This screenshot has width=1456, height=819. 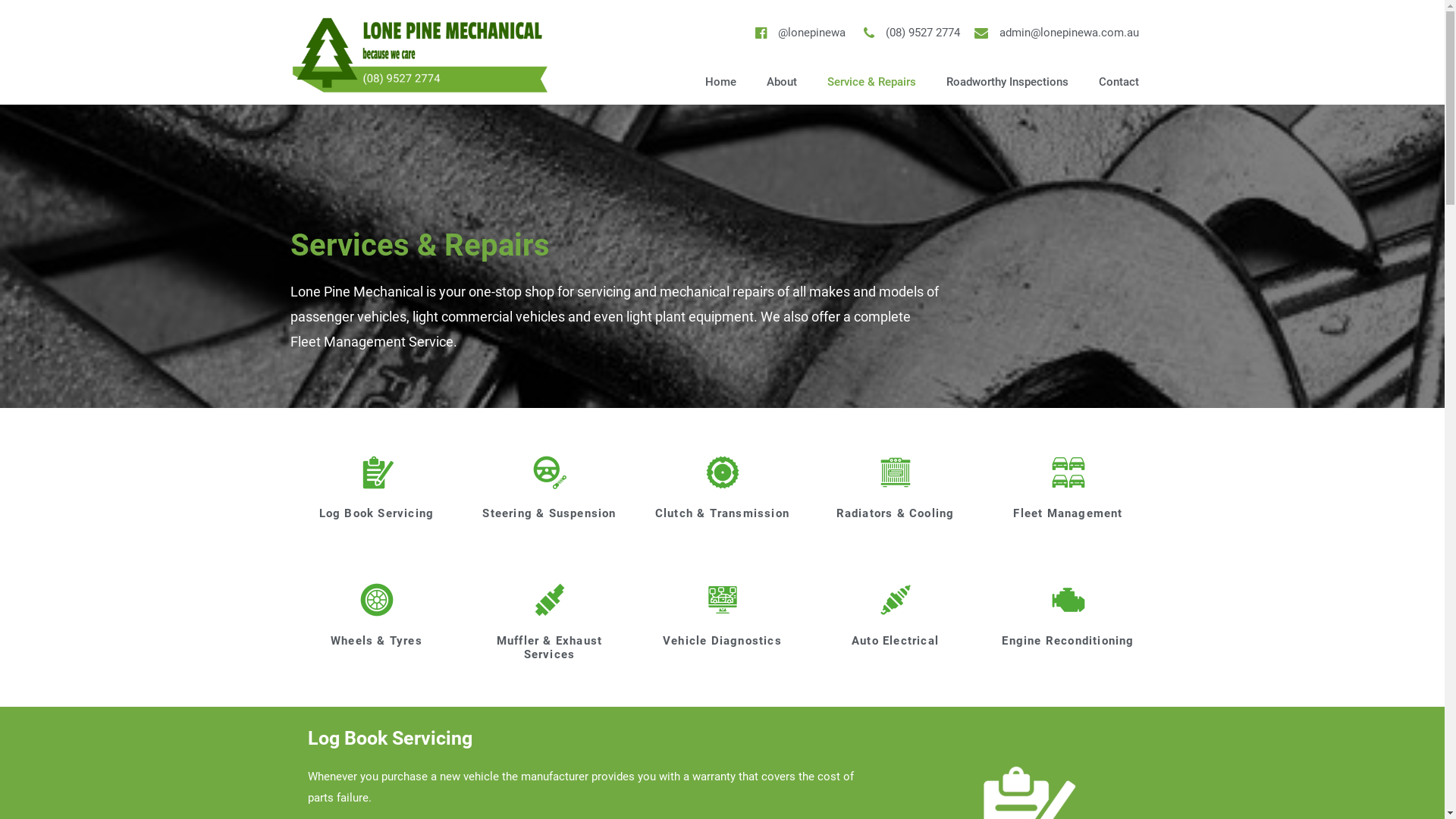 I want to click on 'About', so click(x=751, y=82).